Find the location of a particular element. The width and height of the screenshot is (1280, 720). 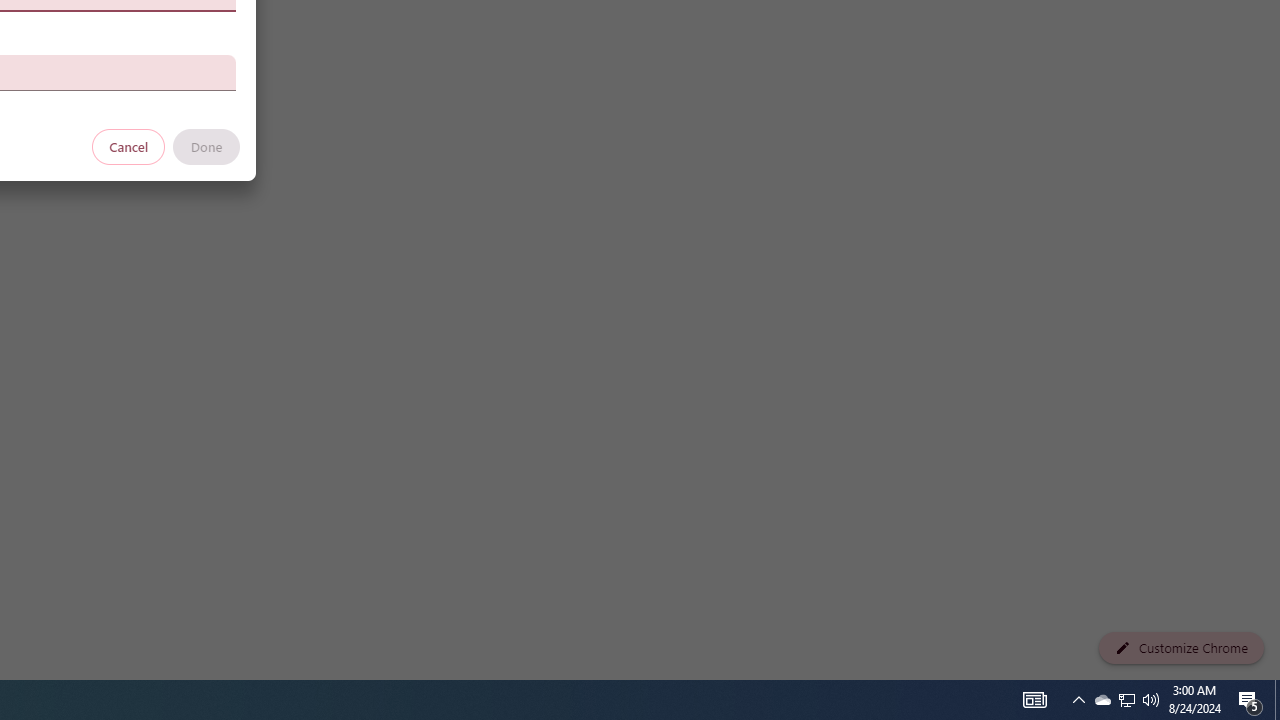

'Cancel' is located at coordinates (128, 145).